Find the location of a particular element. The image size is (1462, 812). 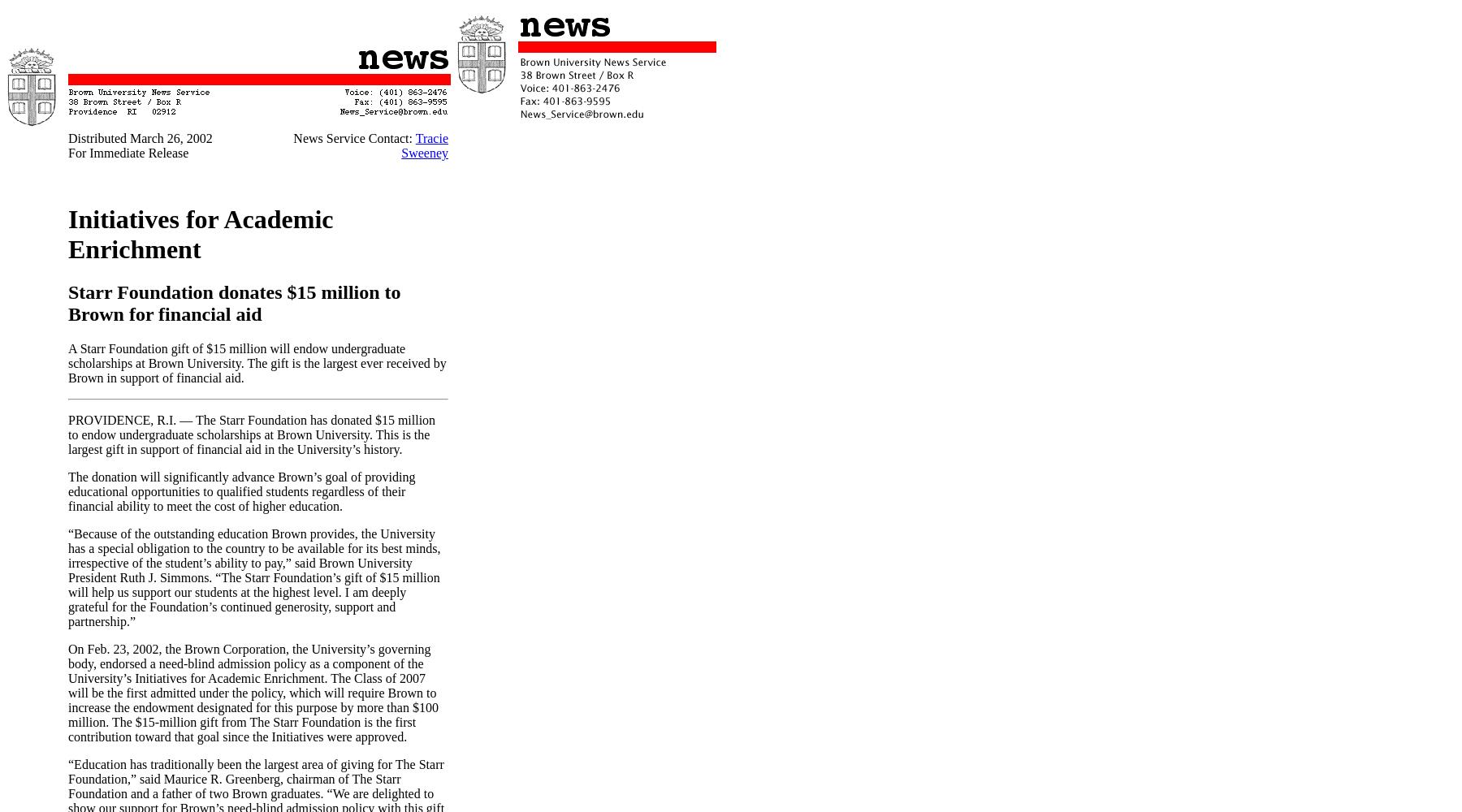

'News Service Contact:' is located at coordinates (353, 138).